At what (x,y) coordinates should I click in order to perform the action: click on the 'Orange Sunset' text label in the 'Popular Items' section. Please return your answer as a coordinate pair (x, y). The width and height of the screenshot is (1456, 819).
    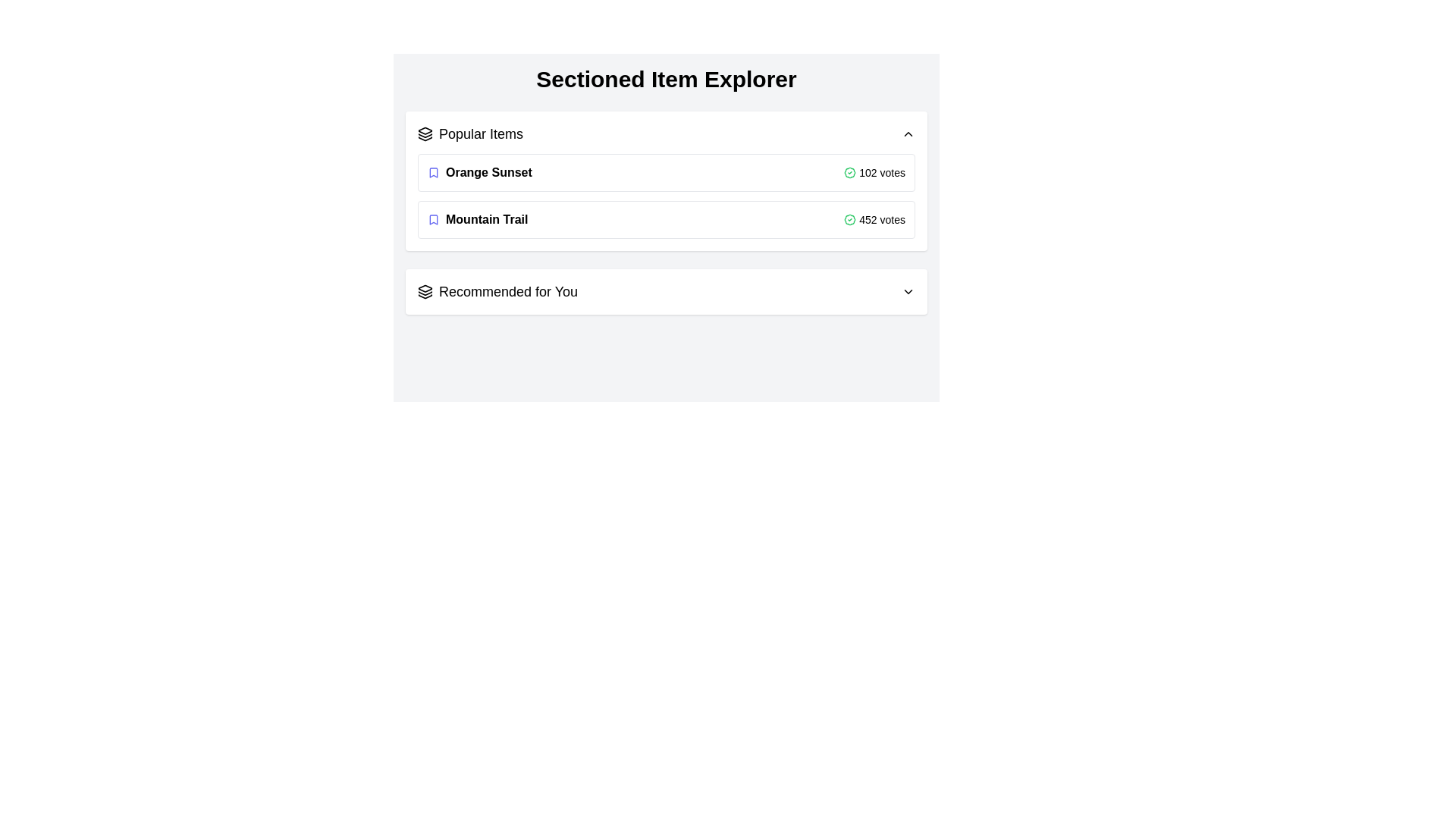
    Looking at the image, I should click on (488, 171).